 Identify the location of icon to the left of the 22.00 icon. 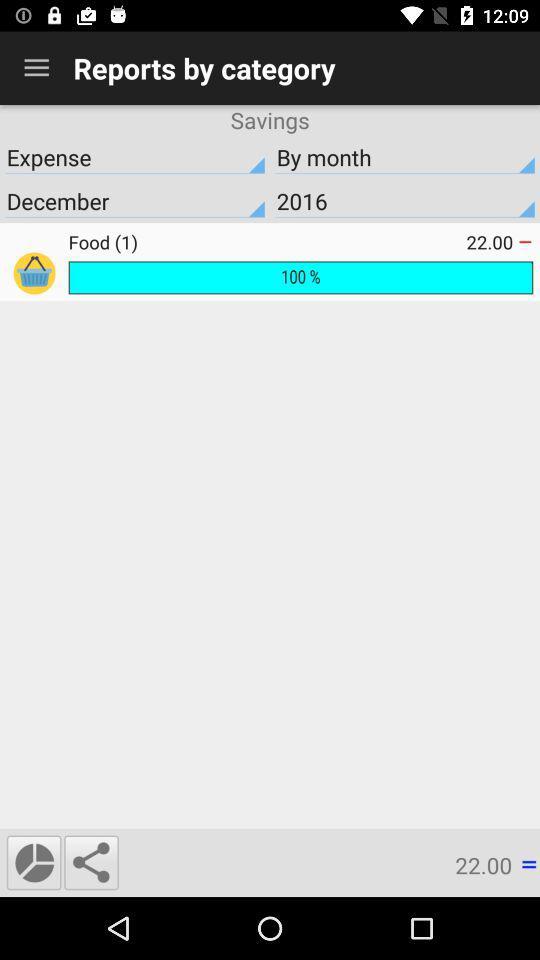
(90, 861).